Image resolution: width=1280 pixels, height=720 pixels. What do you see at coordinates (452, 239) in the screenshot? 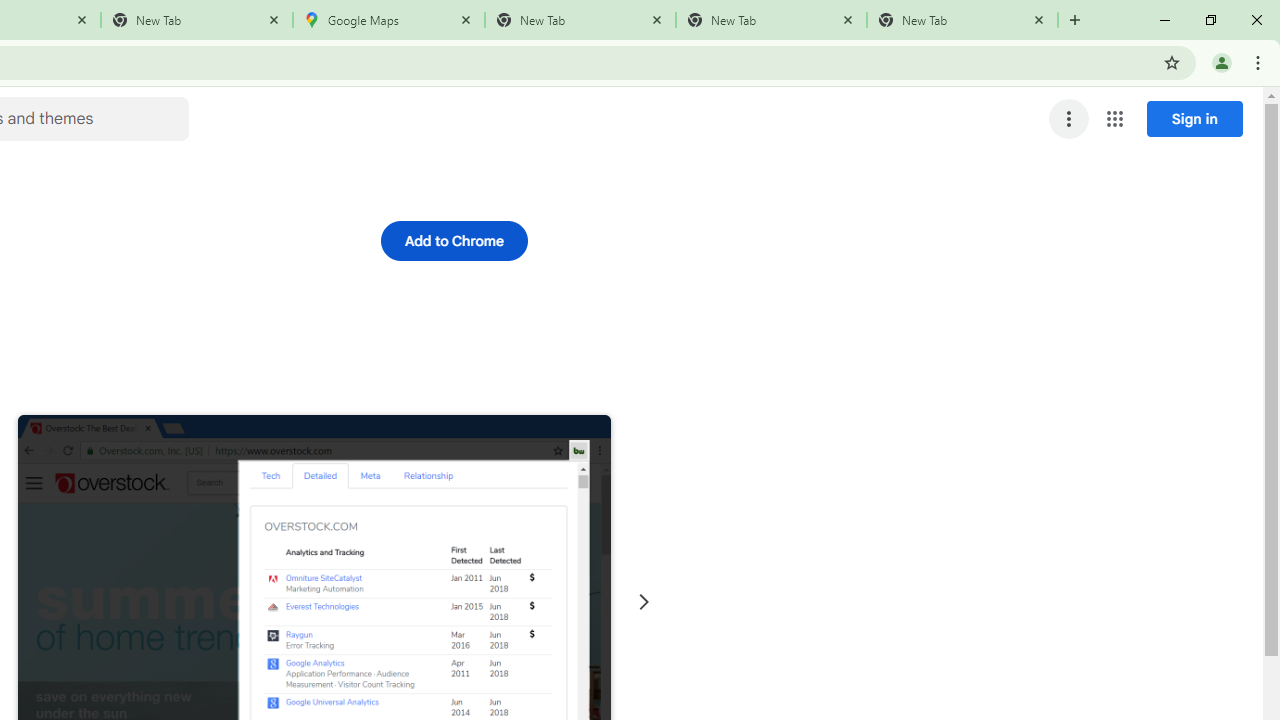
I see `'Add to Chrome'` at bounding box center [452, 239].